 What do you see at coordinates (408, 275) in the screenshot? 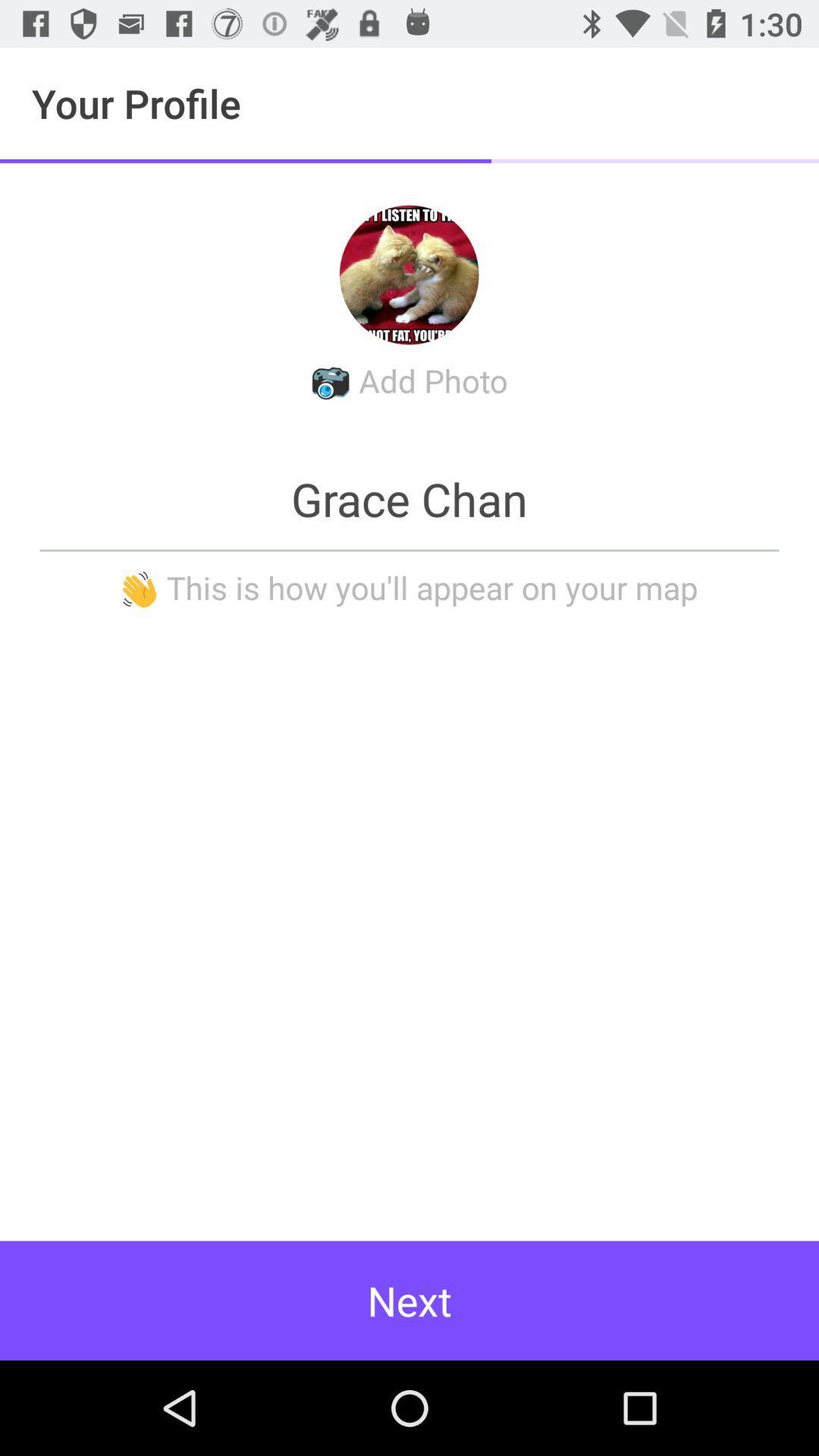
I see `the avatar icon` at bounding box center [408, 275].